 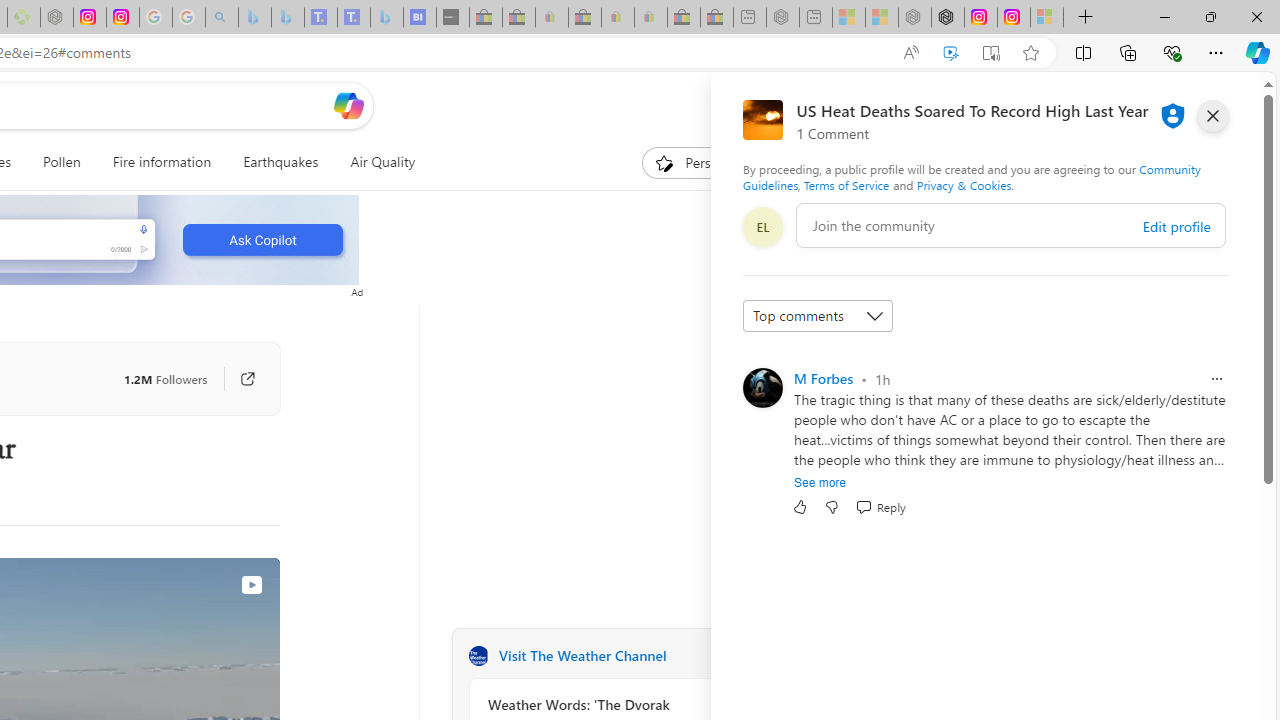 I want to click on 'View on Watch View on Watch', so click(x=205, y=585).